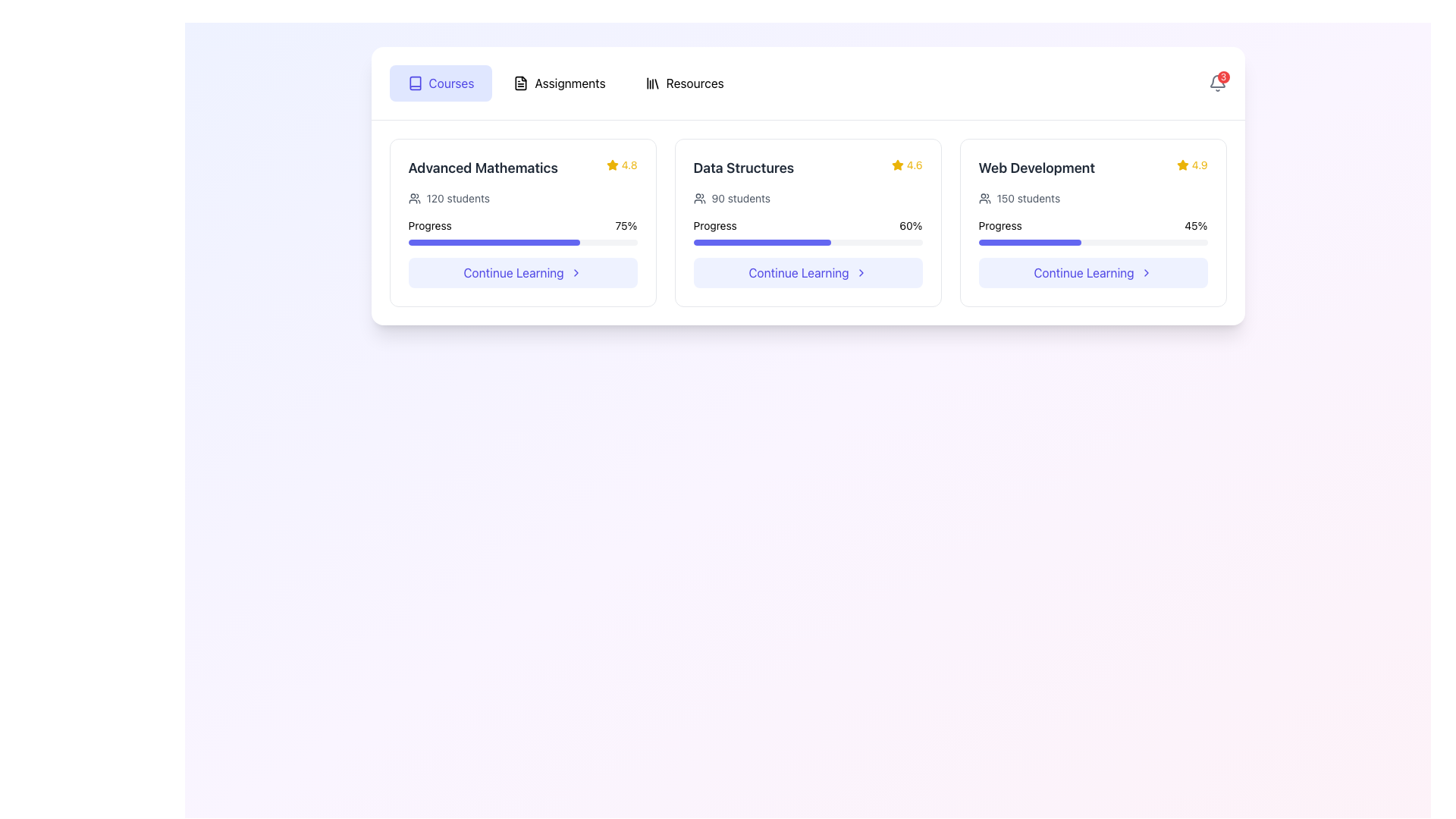  What do you see at coordinates (914, 165) in the screenshot?
I see `the numeric rating display for the 'Data Structures' course, located at the top-right corner next to the yellow star icon` at bounding box center [914, 165].